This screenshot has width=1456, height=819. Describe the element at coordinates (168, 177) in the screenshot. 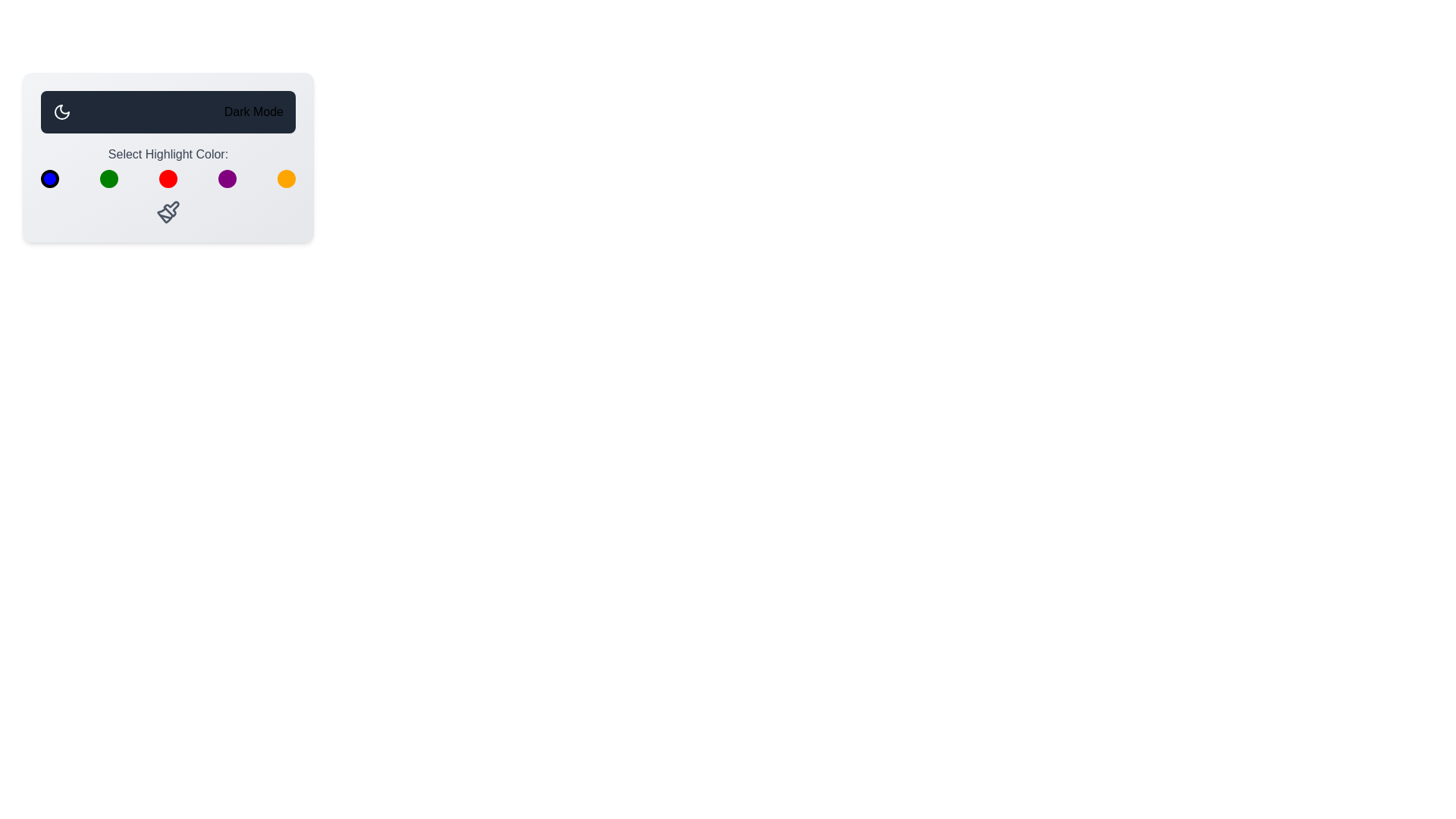

I see `the third circular button in a row of five buttons` at that location.